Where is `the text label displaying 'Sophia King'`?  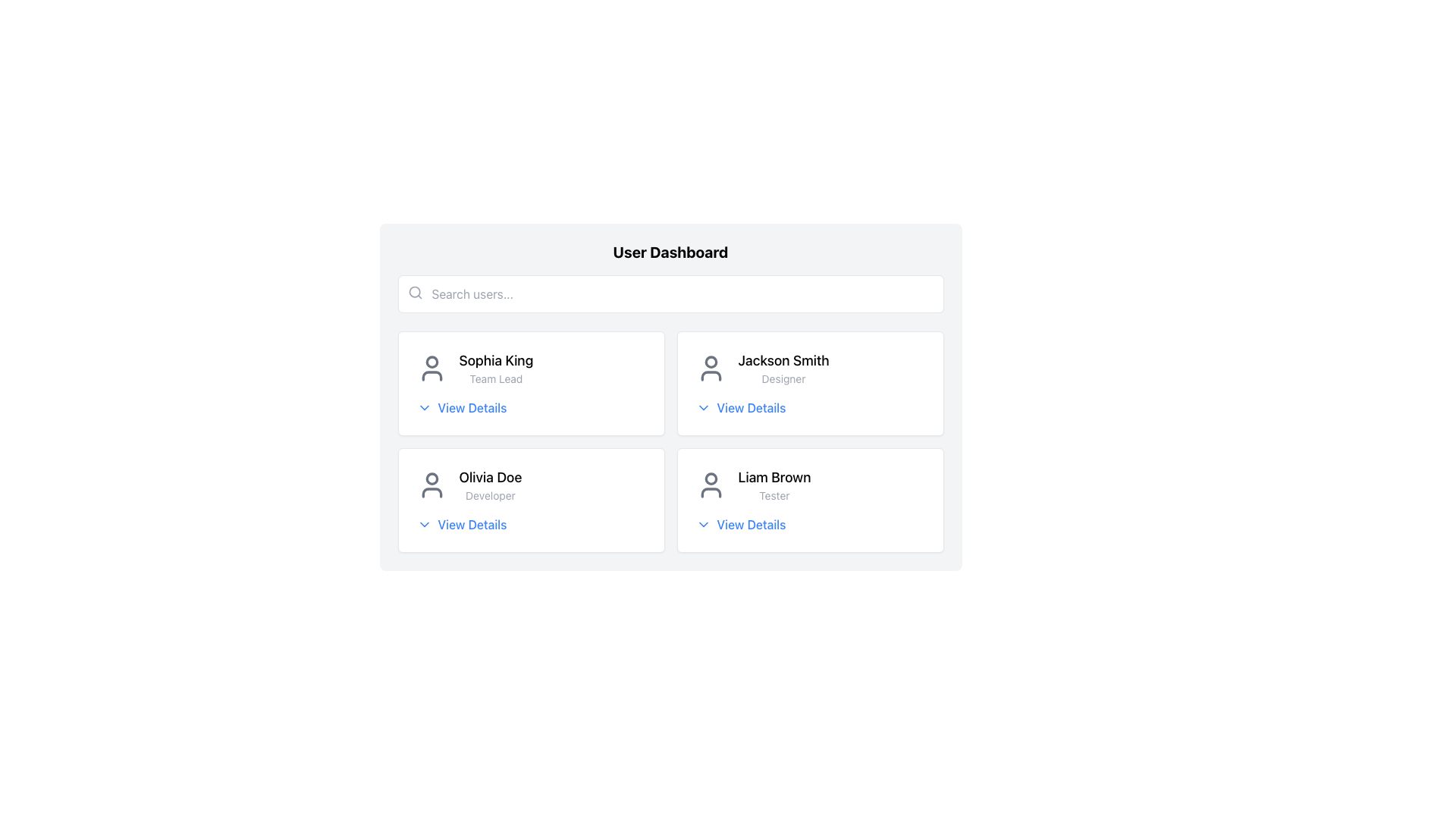
the text label displaying 'Sophia King' is located at coordinates (496, 360).